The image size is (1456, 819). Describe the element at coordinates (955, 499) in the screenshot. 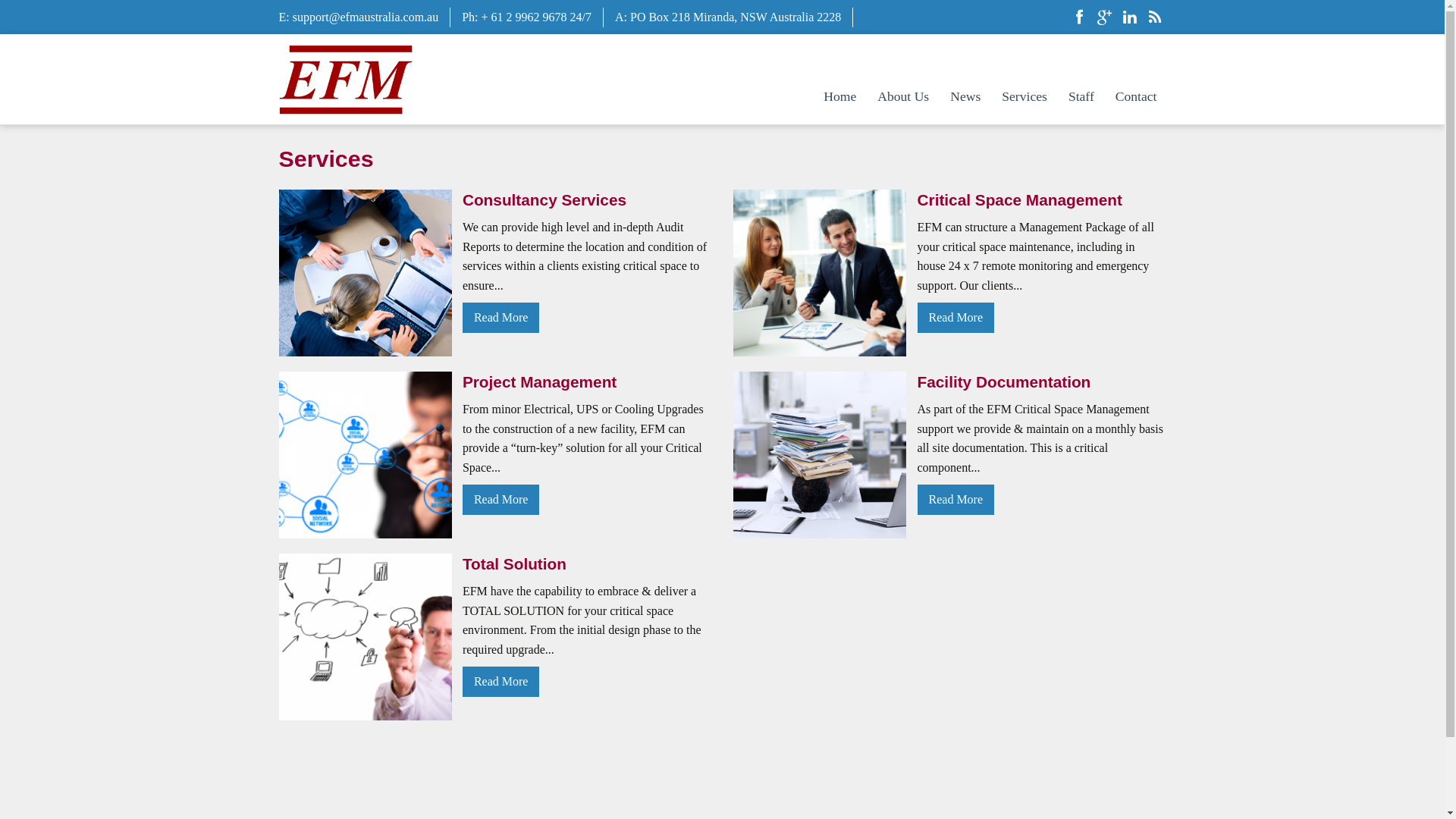

I see `'Read More'` at that location.